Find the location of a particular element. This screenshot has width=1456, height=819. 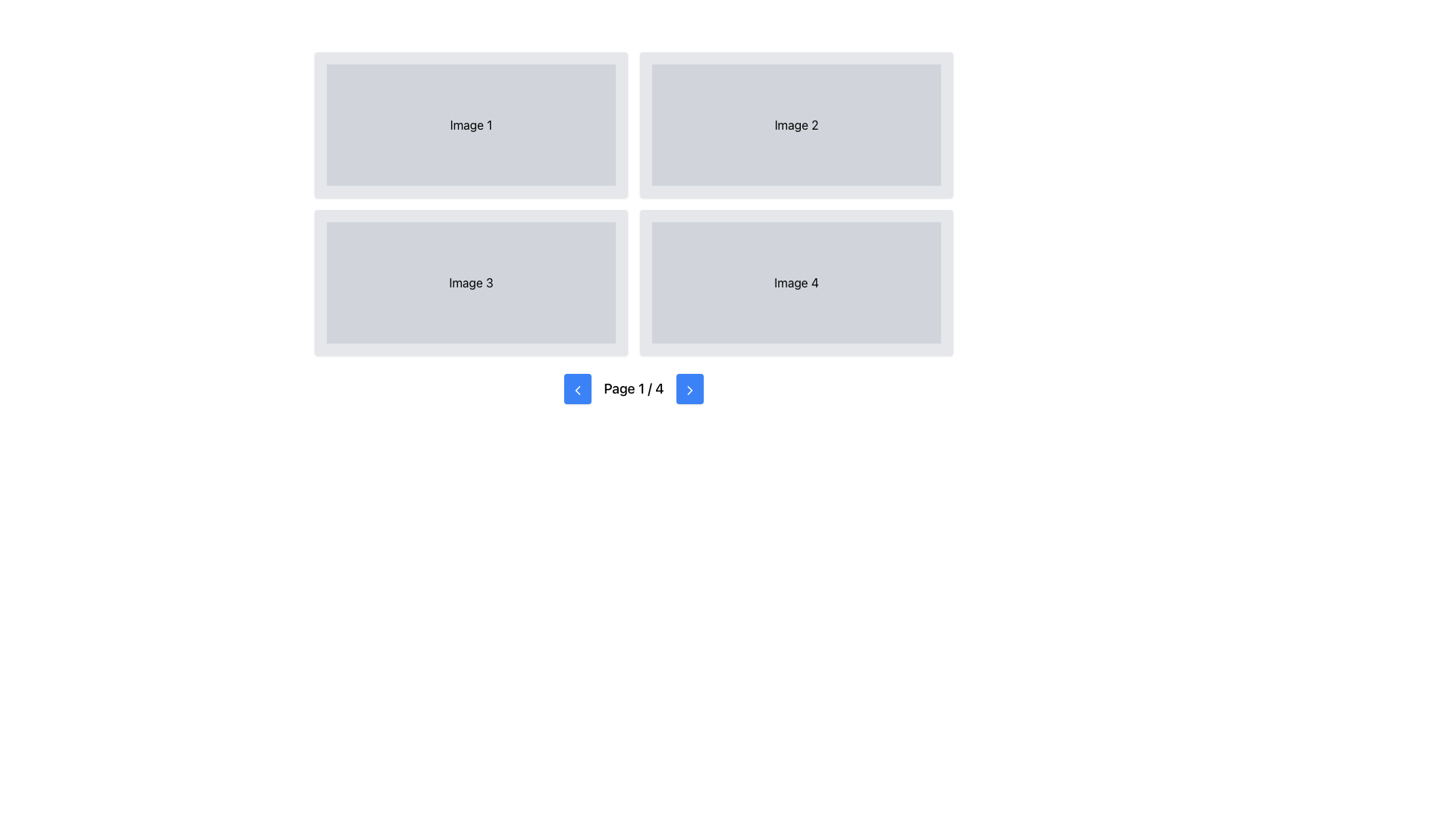

the Image Placeholder element, which is a rectangular card with a gray background and centered text 'Image 1', located in the top-left corner of a 2x2 grid layout is located at coordinates (470, 124).